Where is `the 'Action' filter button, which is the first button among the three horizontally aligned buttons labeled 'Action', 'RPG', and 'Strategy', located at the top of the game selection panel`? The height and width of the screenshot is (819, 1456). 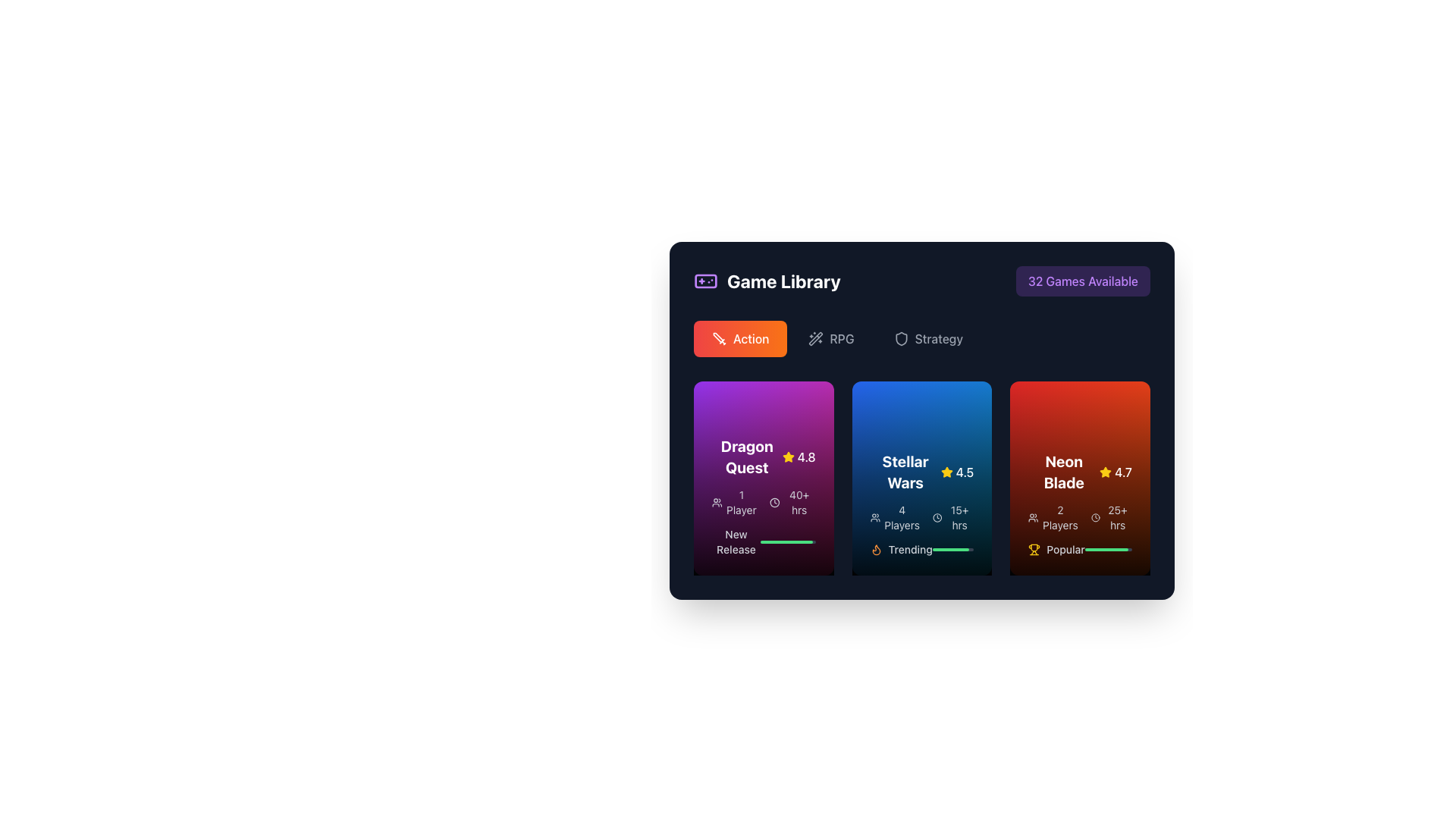
the 'Action' filter button, which is the first button among the three horizontally aligned buttons labeled 'Action', 'RPG', and 'Strategy', located at the top of the game selection panel is located at coordinates (740, 338).